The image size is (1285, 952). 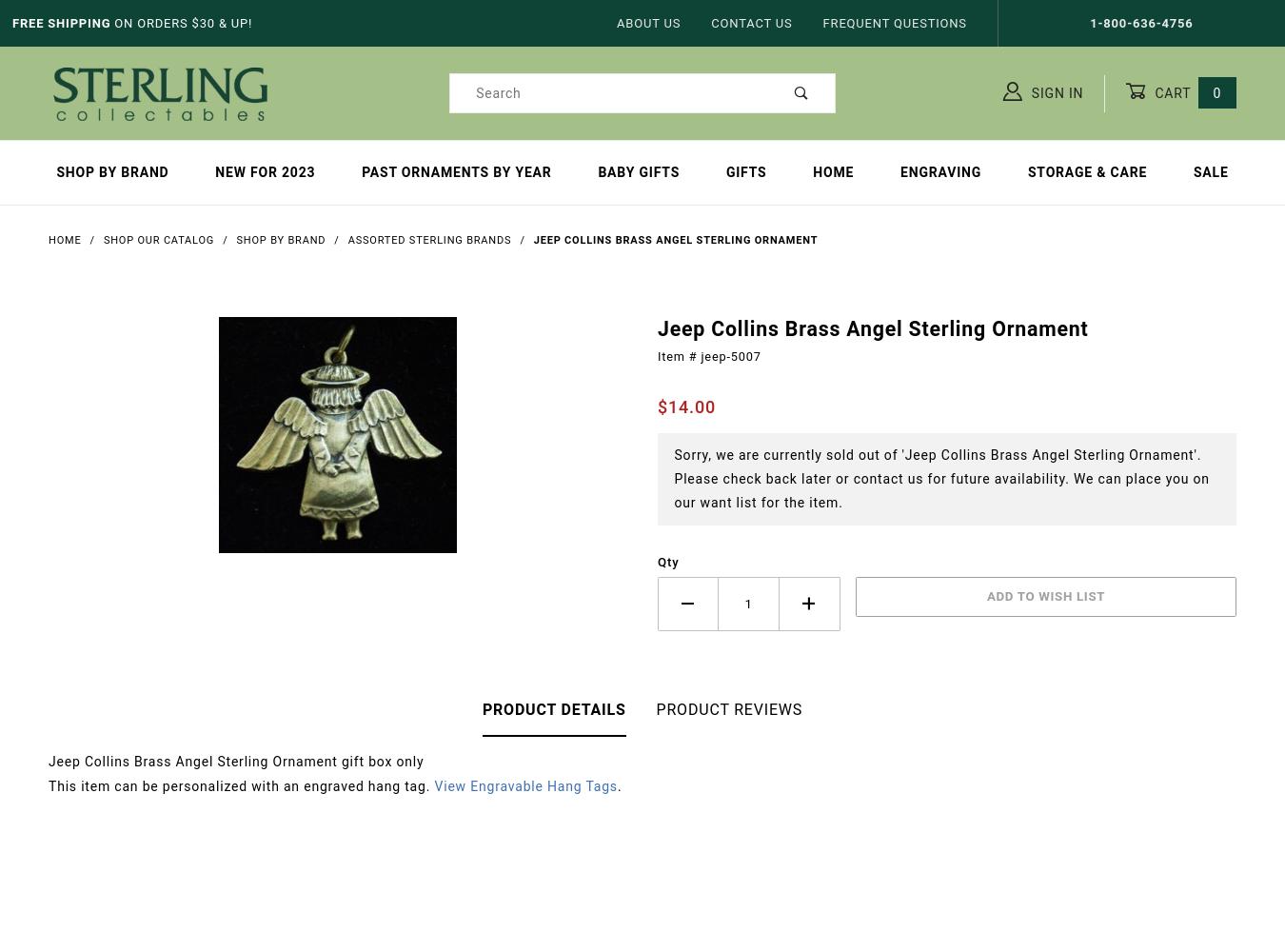 What do you see at coordinates (709, 23) in the screenshot?
I see `'Contact Us'` at bounding box center [709, 23].